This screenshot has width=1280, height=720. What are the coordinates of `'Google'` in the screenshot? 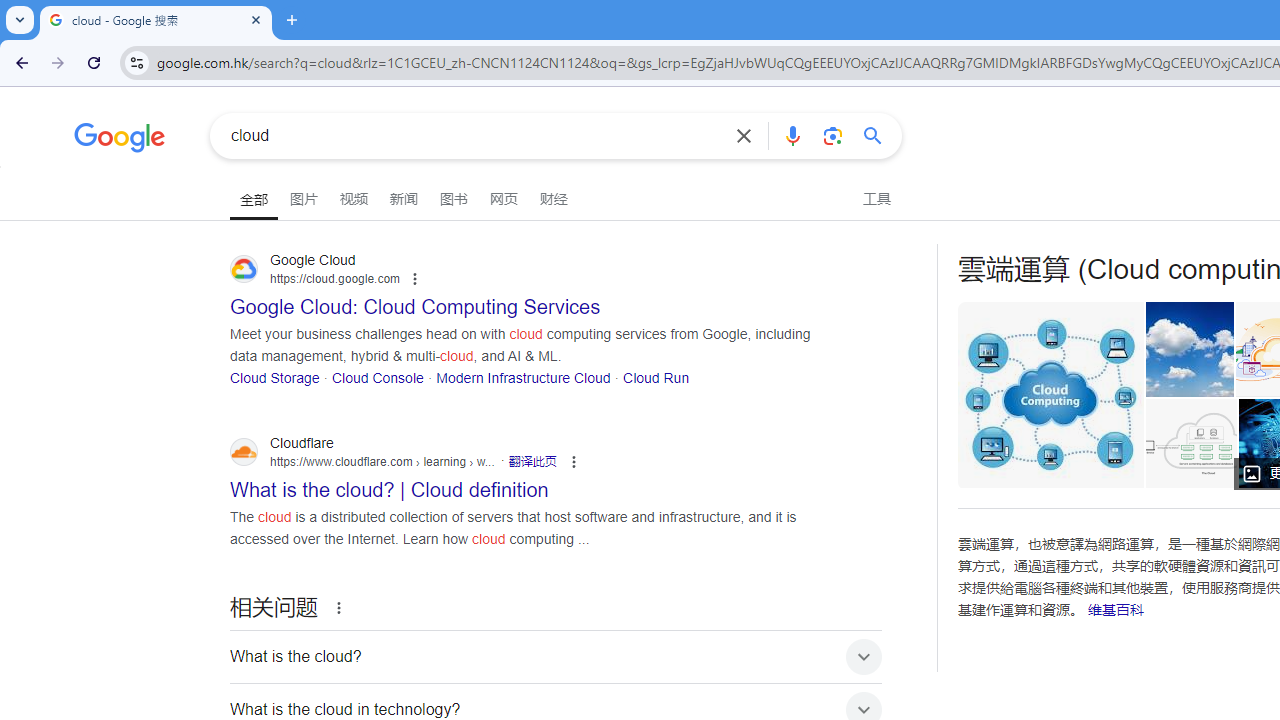 It's located at (119, 138).